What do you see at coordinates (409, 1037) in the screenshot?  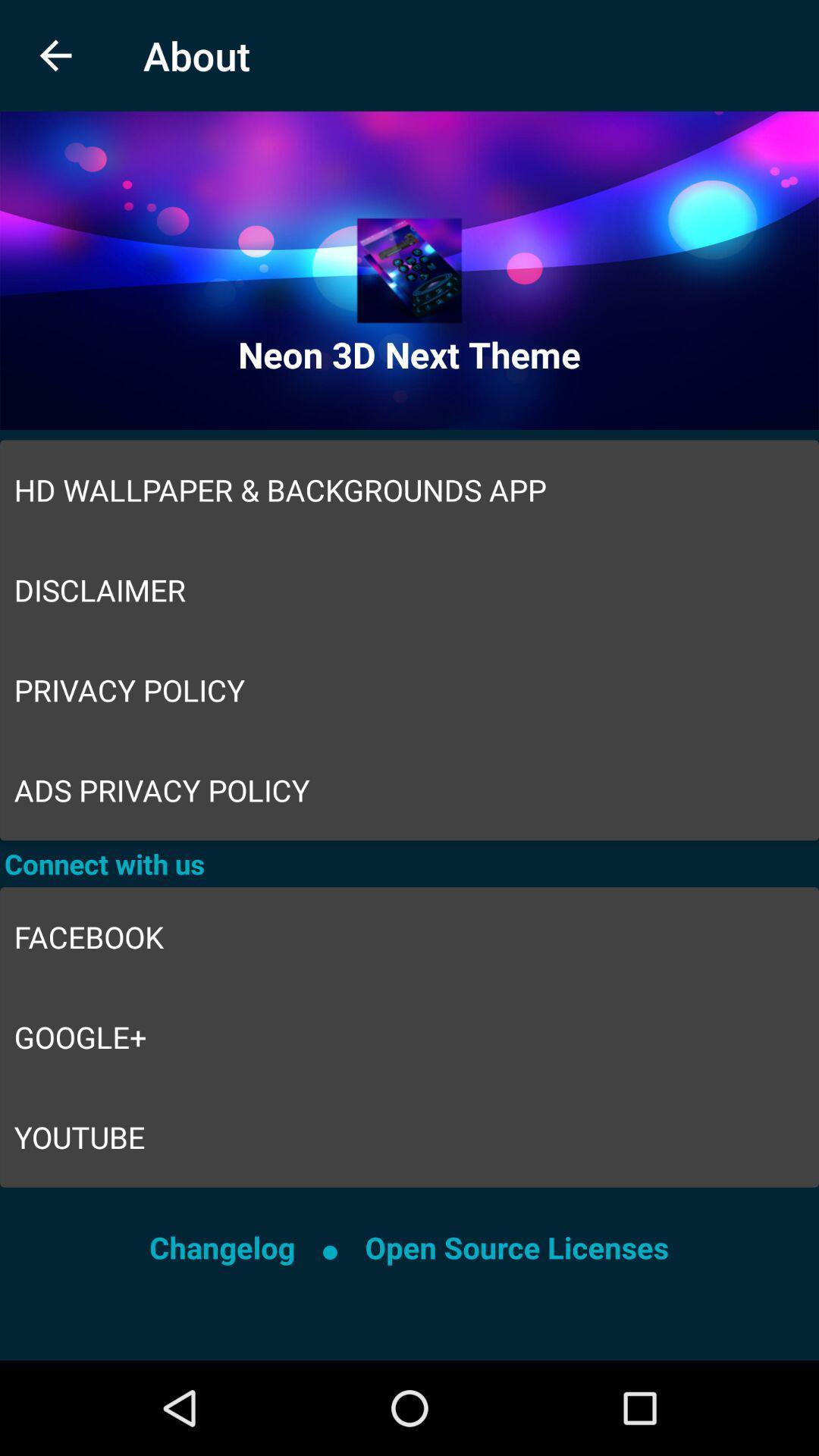 I see `icon above the youtube icon` at bounding box center [409, 1037].